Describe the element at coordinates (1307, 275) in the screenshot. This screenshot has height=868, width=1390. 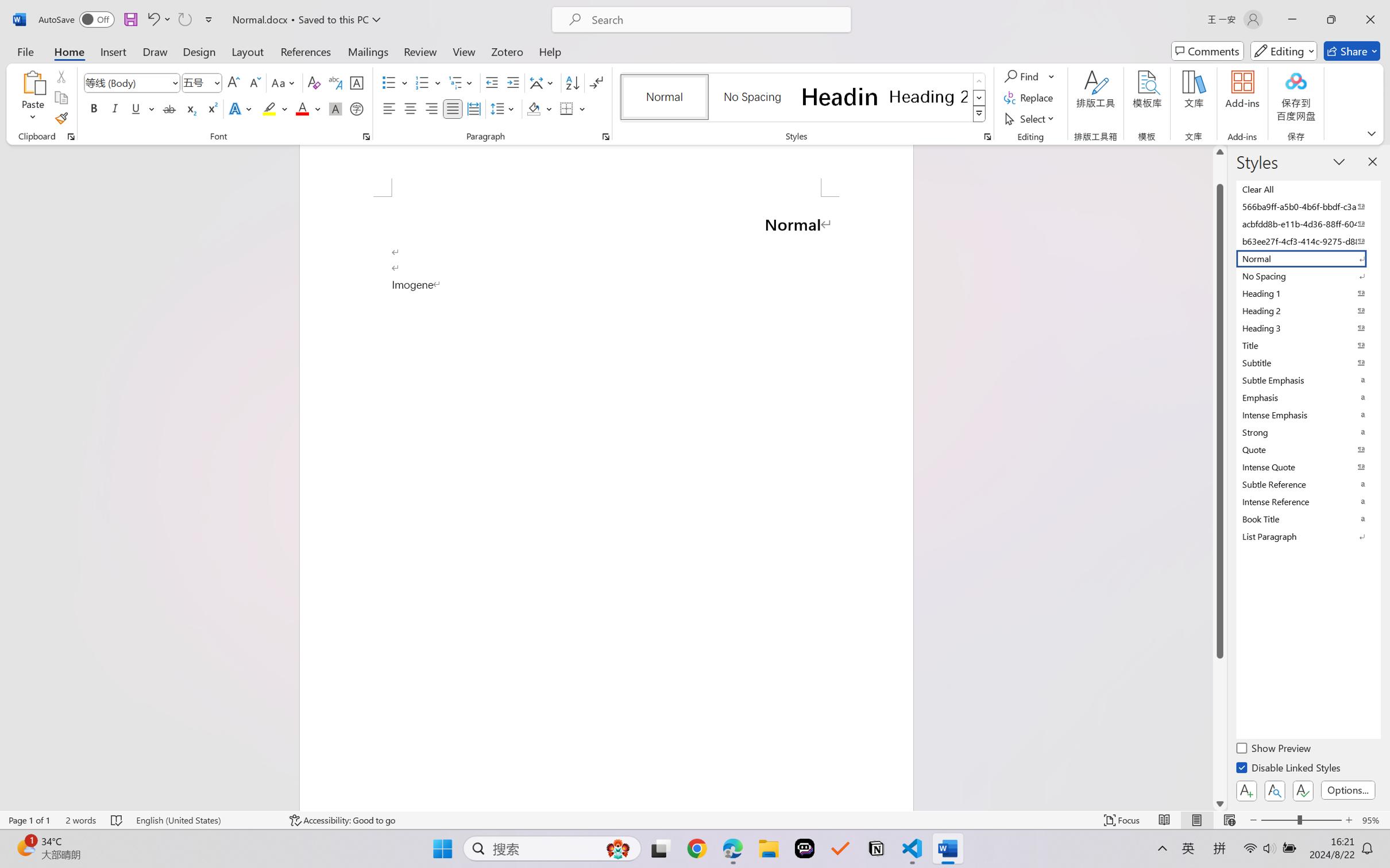
I see `'No Spacing'` at that location.